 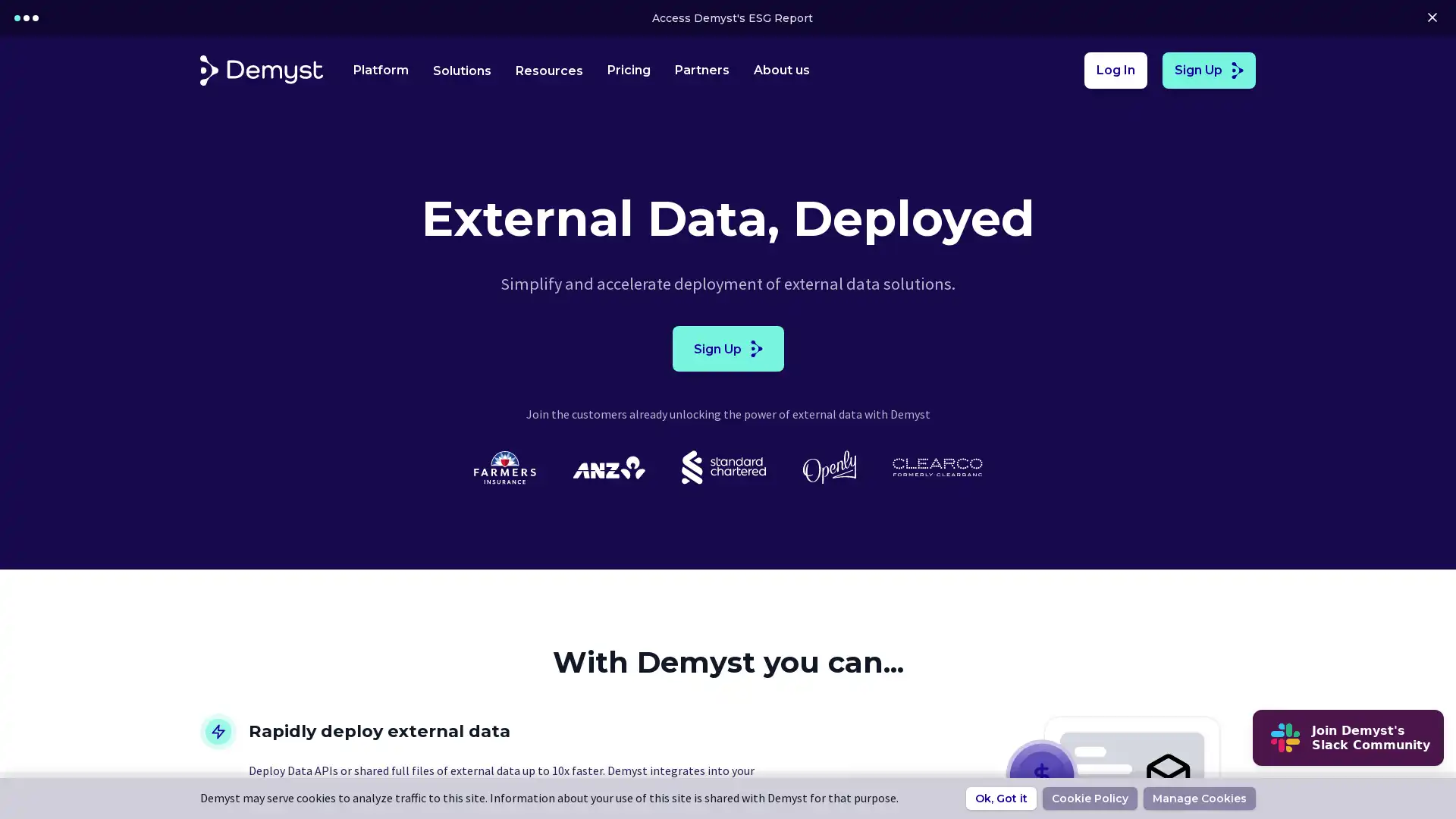 What do you see at coordinates (1001, 798) in the screenshot?
I see `Ok, Got it` at bounding box center [1001, 798].